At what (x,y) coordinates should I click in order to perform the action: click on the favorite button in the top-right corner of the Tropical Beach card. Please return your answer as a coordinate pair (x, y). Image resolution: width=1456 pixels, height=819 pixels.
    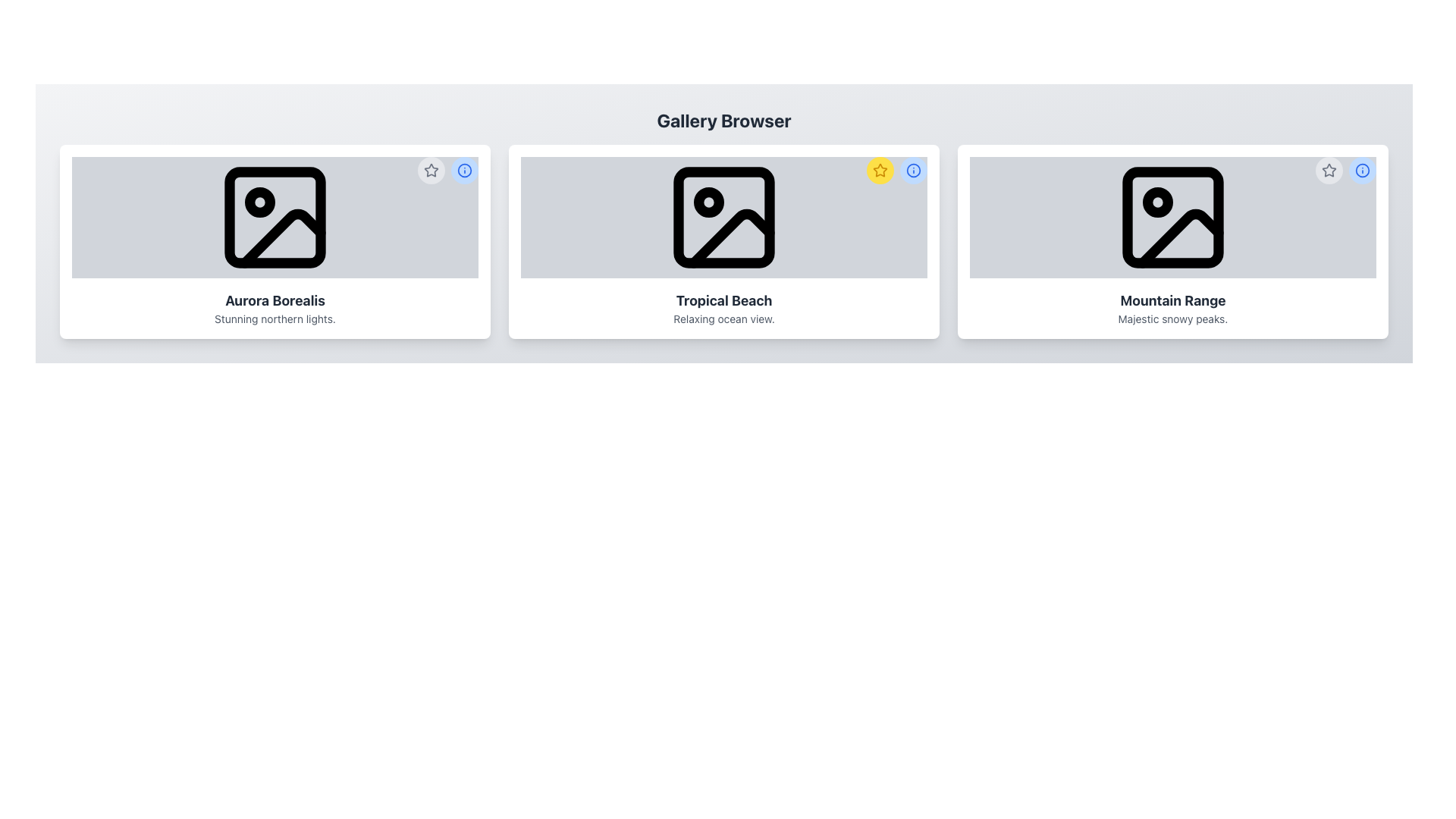
    Looking at the image, I should click on (880, 170).